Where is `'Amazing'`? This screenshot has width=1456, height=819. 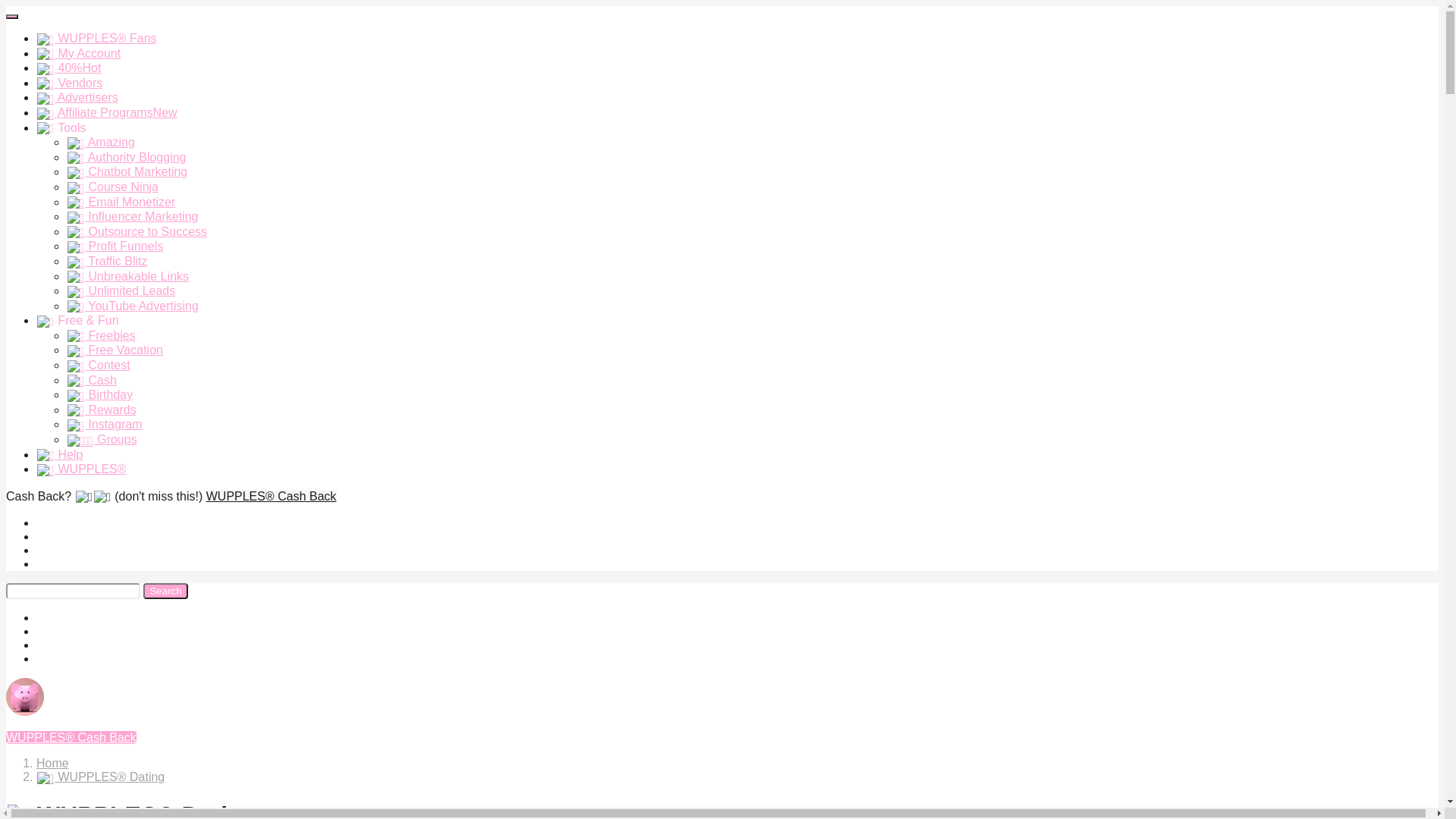 'Amazing' is located at coordinates (100, 142).